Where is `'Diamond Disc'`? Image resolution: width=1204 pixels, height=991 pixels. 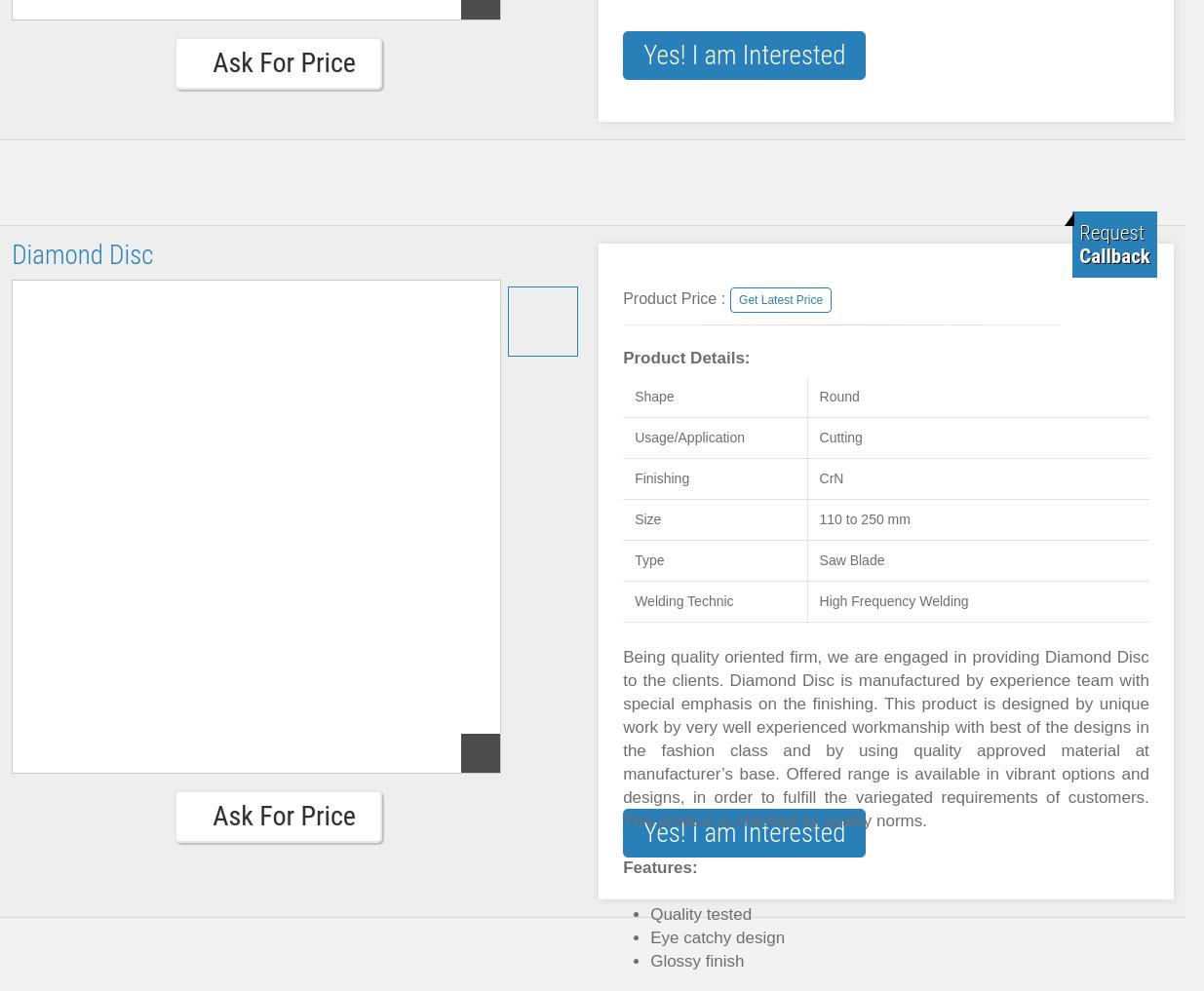 'Diamond Disc' is located at coordinates (81, 253).